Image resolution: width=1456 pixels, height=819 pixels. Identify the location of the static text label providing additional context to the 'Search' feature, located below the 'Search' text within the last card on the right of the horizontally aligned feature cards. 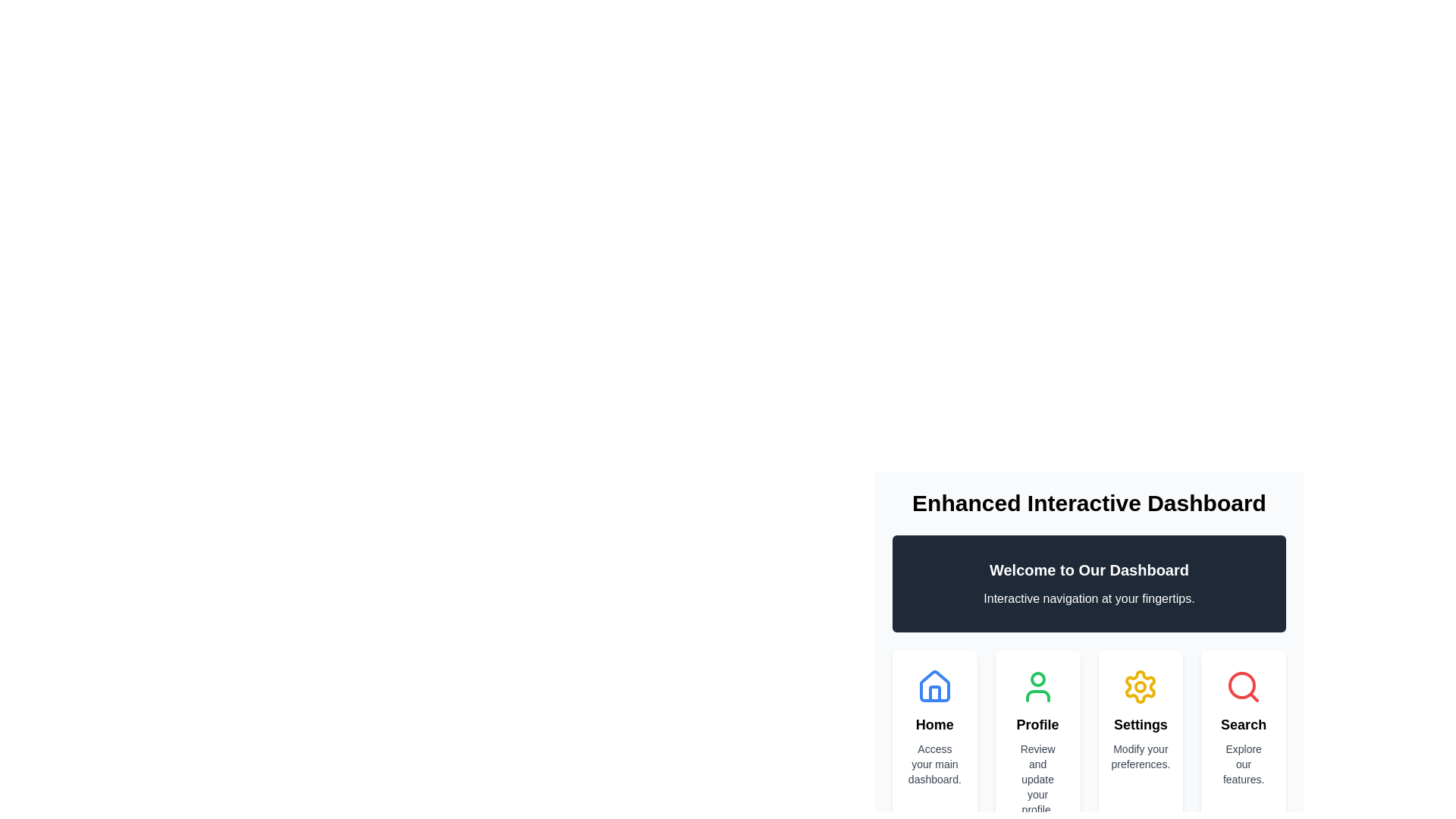
(1244, 764).